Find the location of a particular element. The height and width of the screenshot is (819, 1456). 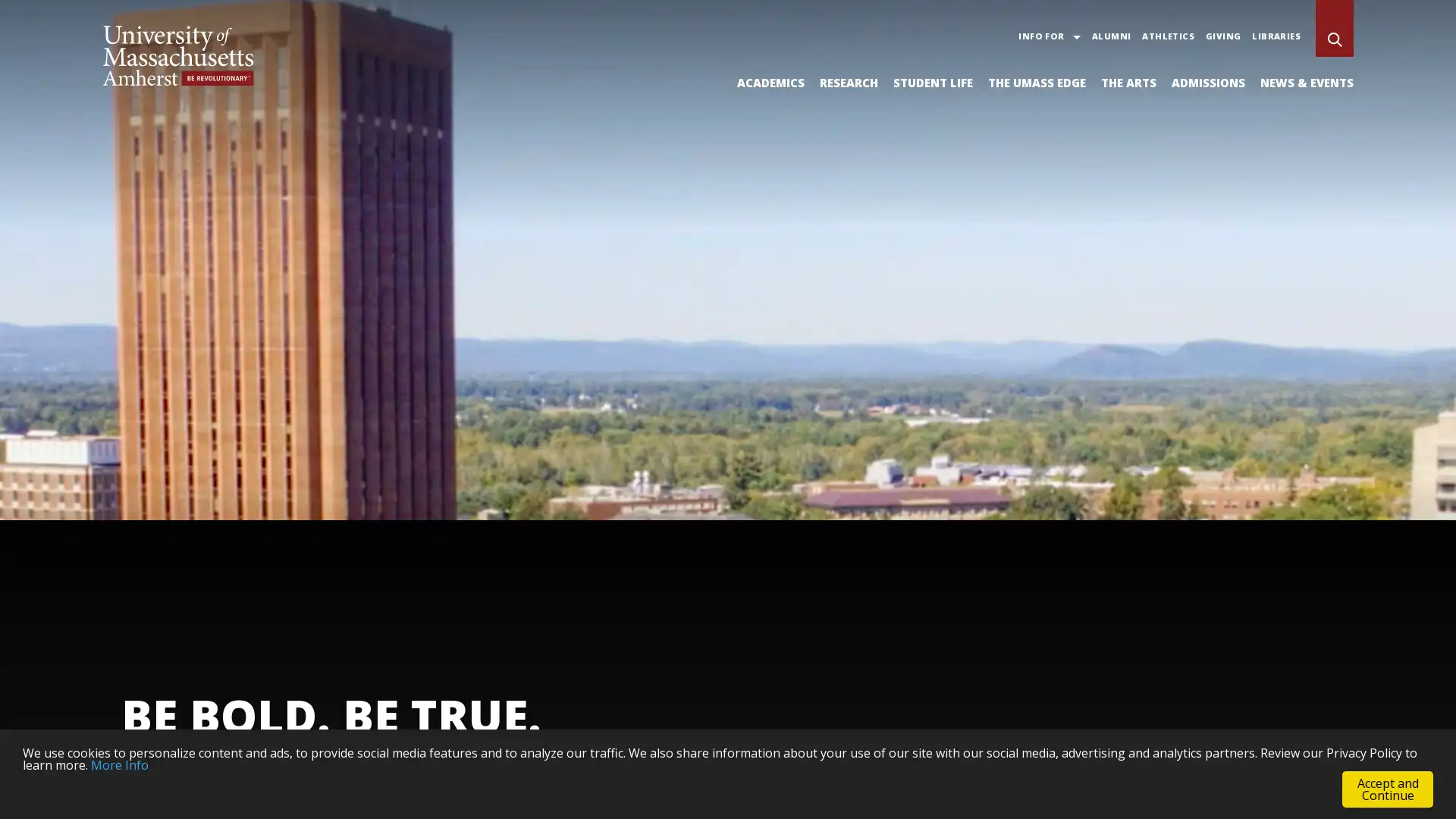

Search UMass Amherst is located at coordinates (1335, 40).